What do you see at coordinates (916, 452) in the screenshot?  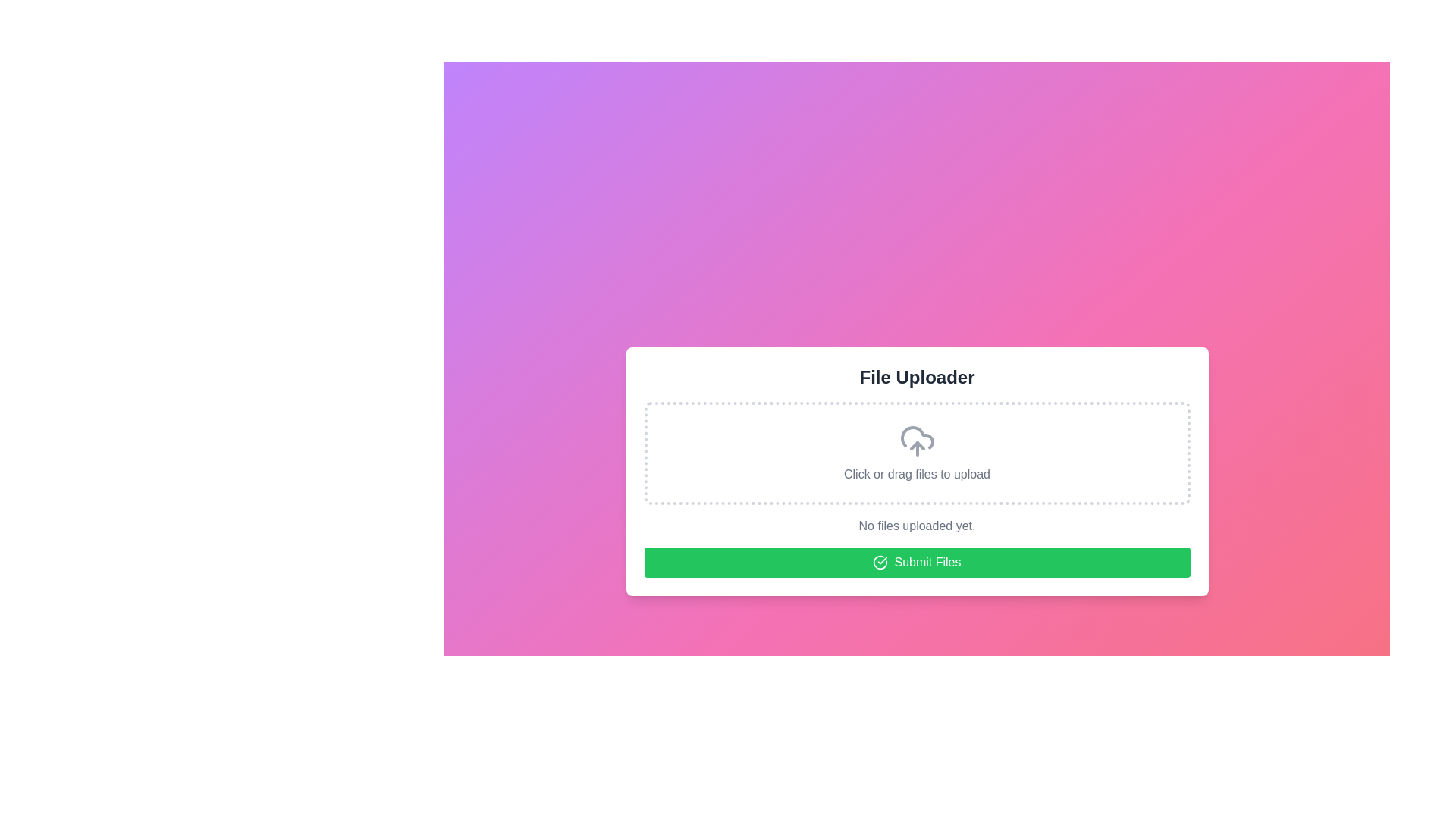 I see `and drop files` at bounding box center [916, 452].